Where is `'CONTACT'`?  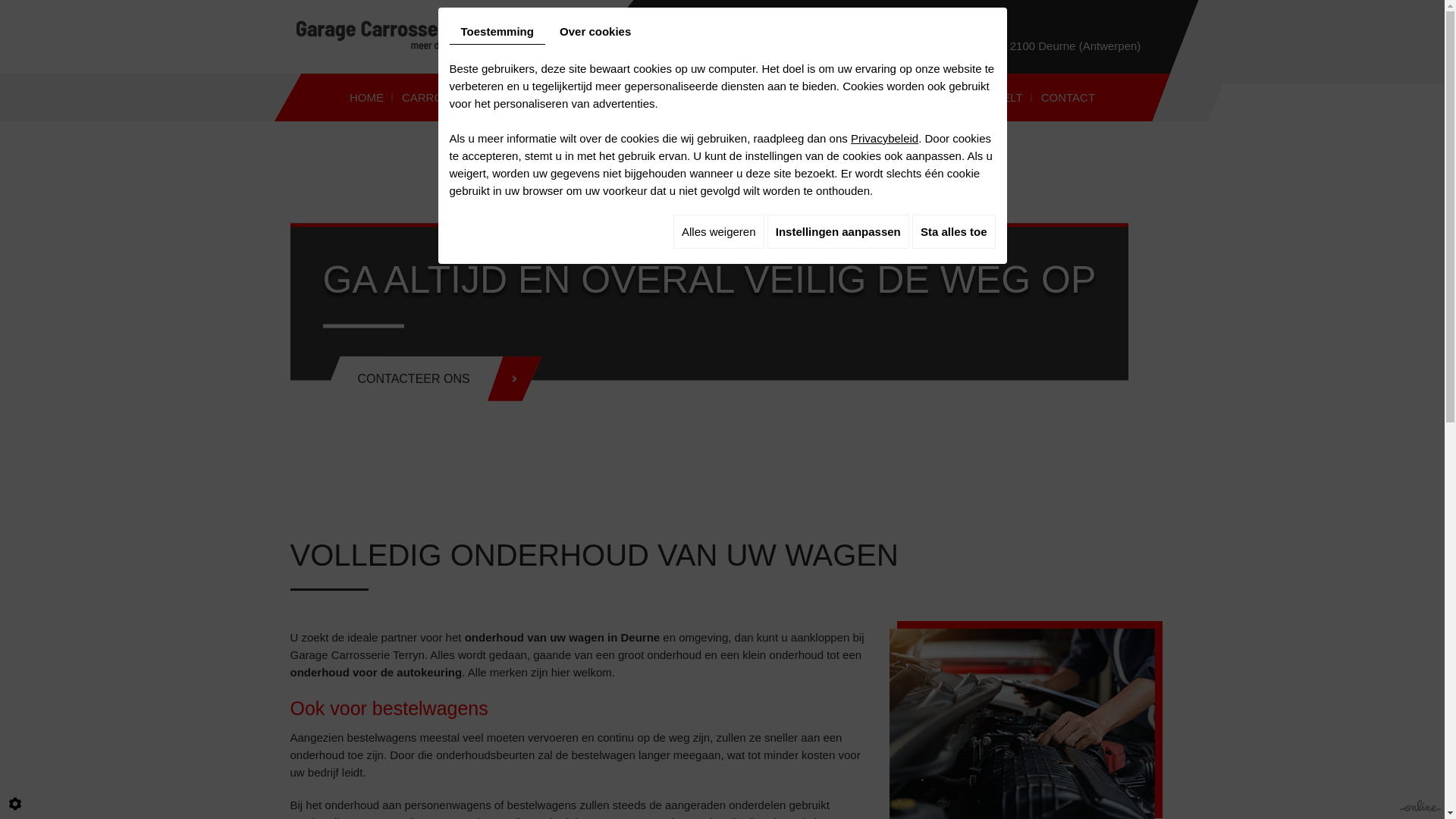 'CONTACT' is located at coordinates (1067, 97).